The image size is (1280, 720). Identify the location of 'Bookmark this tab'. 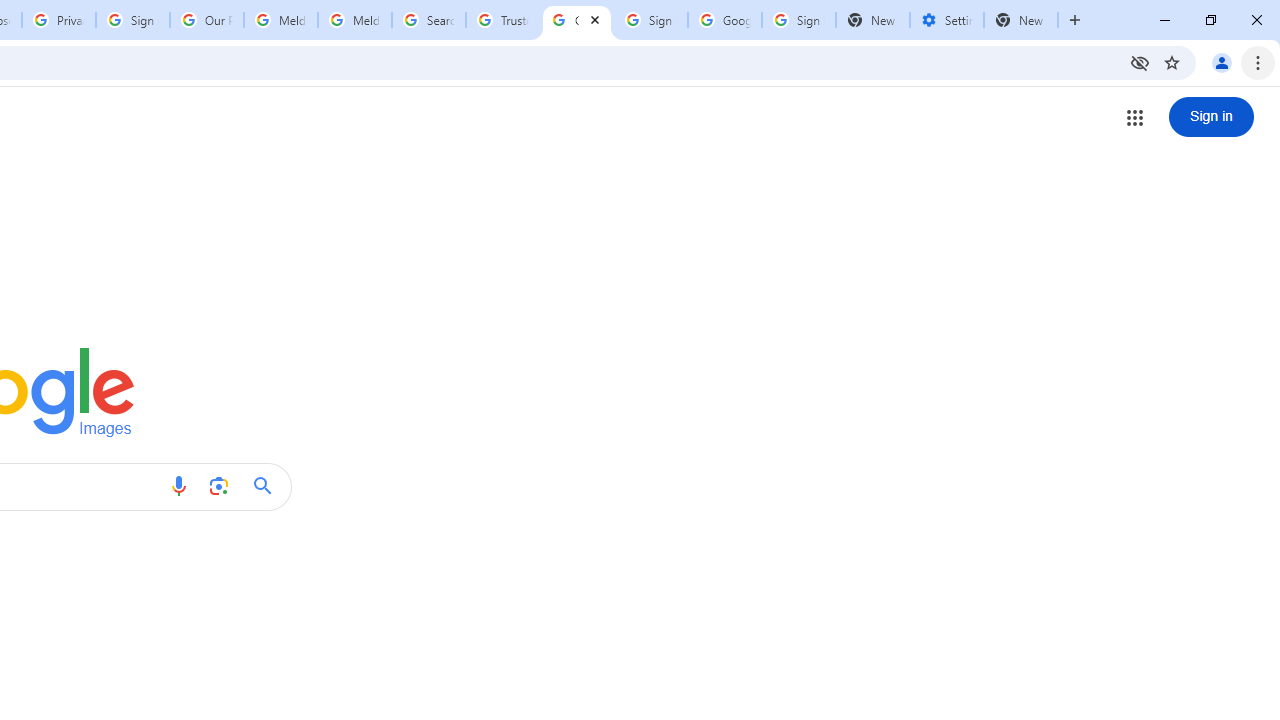
(1171, 61).